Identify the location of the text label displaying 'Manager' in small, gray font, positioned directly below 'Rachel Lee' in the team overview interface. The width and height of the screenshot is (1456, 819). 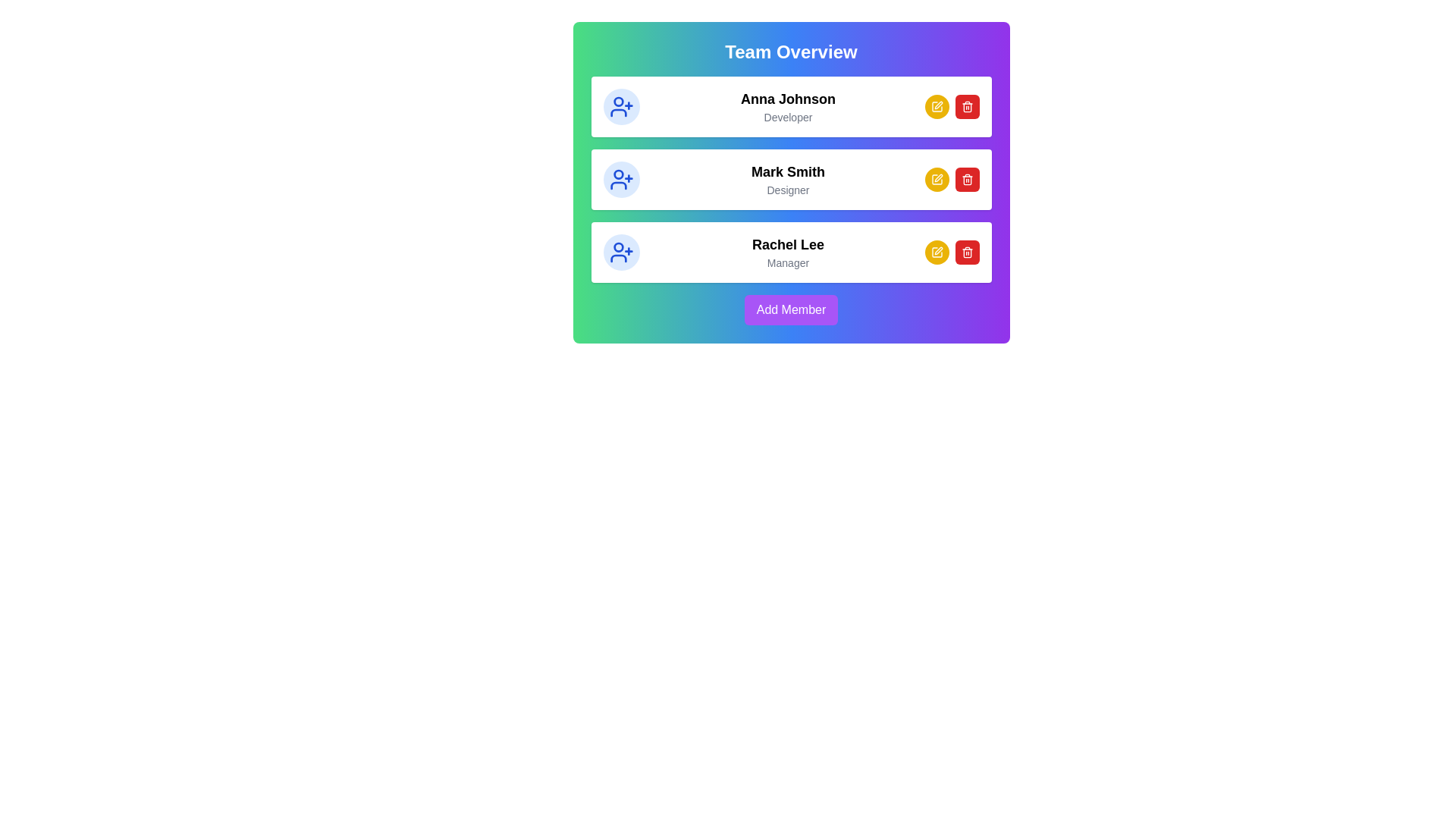
(788, 262).